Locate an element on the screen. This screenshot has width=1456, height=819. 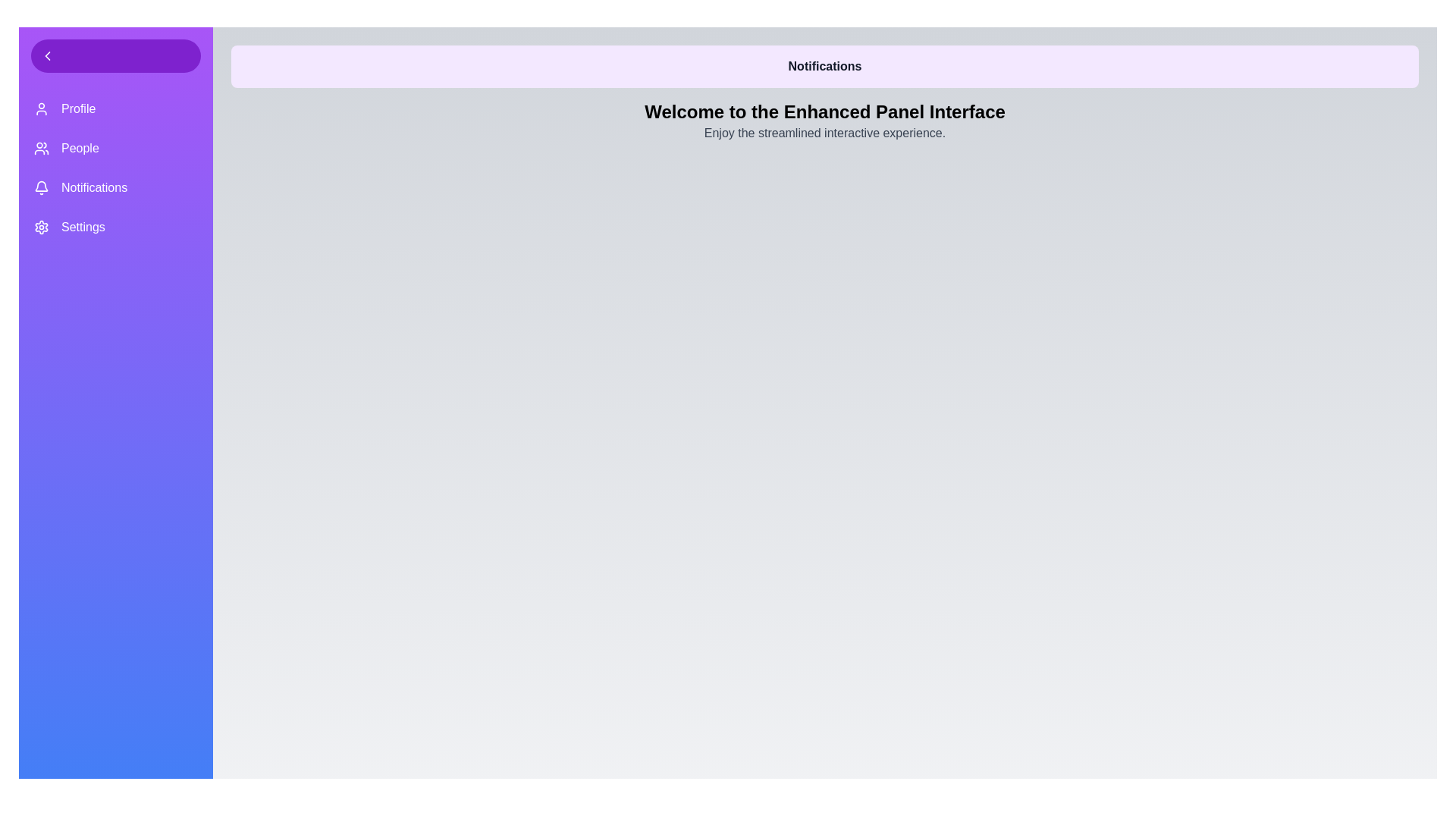
the menu item Notifications from the menu is located at coordinates (115, 187).